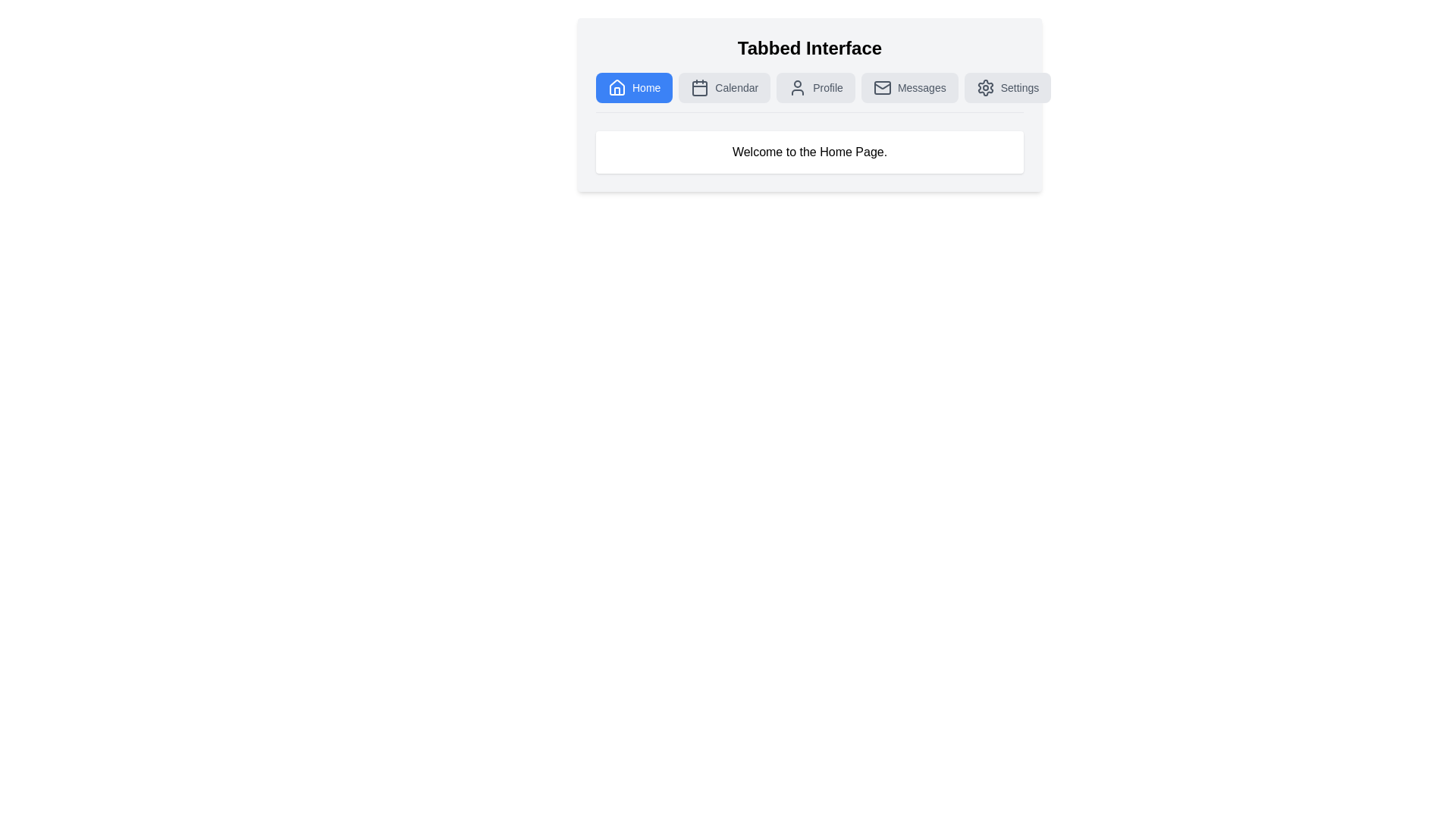 The width and height of the screenshot is (1456, 819). Describe the element at coordinates (809, 152) in the screenshot. I see `the greeting text box located centrally below the tabbed navigation menu, which indicates that the user is on the home page of the application` at that location.